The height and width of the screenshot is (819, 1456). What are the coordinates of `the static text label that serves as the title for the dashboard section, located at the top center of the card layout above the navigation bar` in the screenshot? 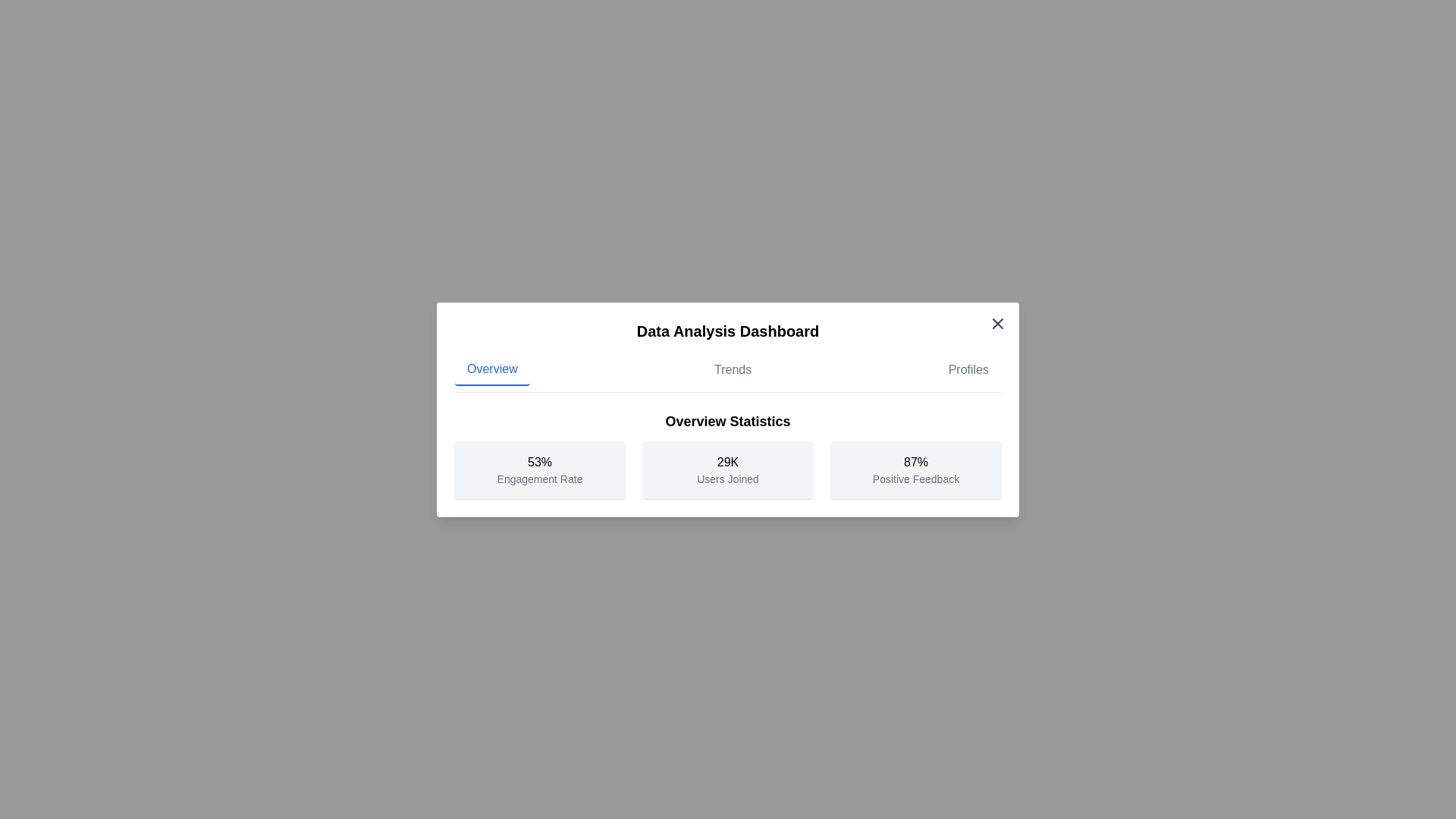 It's located at (728, 330).